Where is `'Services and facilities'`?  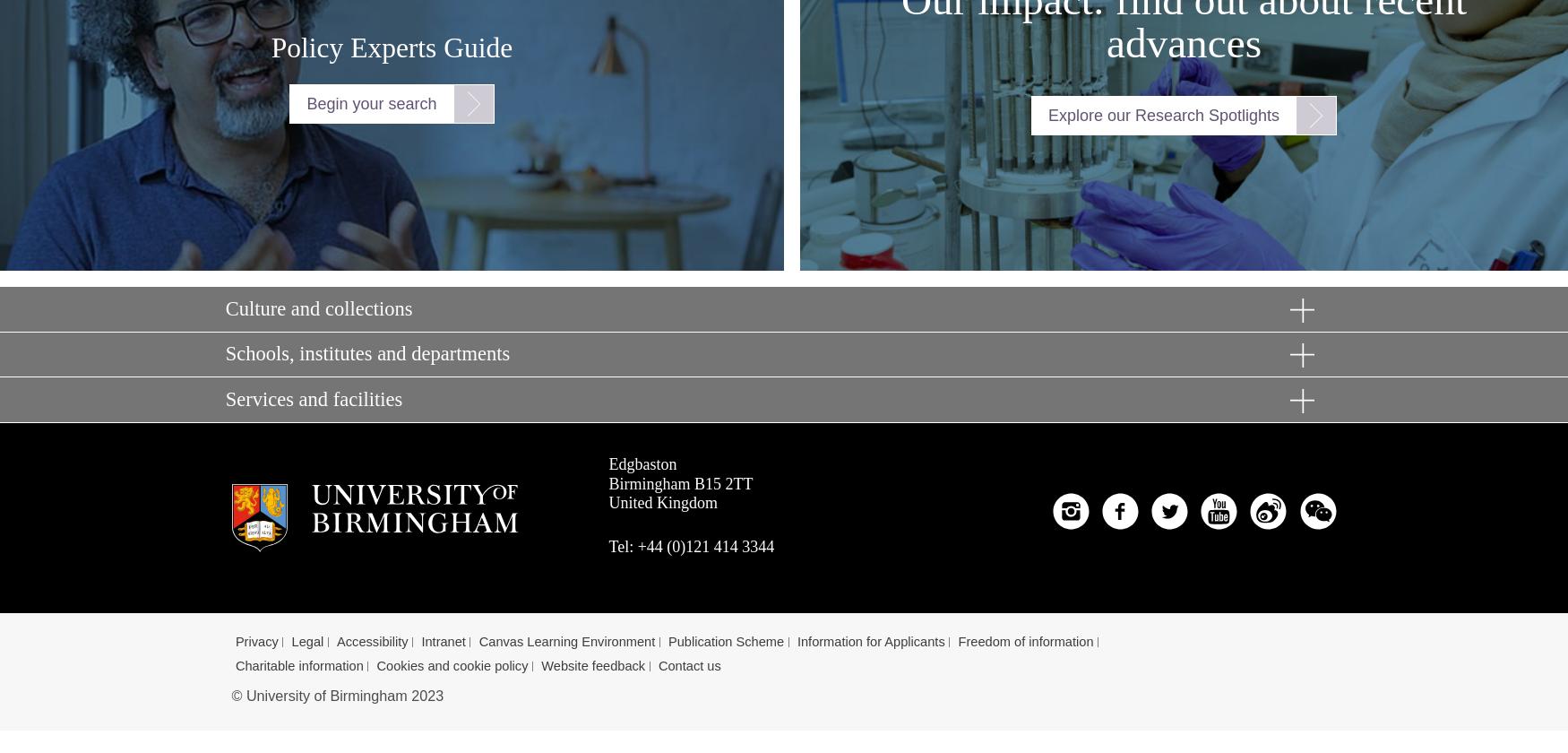
'Services and facilities' is located at coordinates (314, 398).